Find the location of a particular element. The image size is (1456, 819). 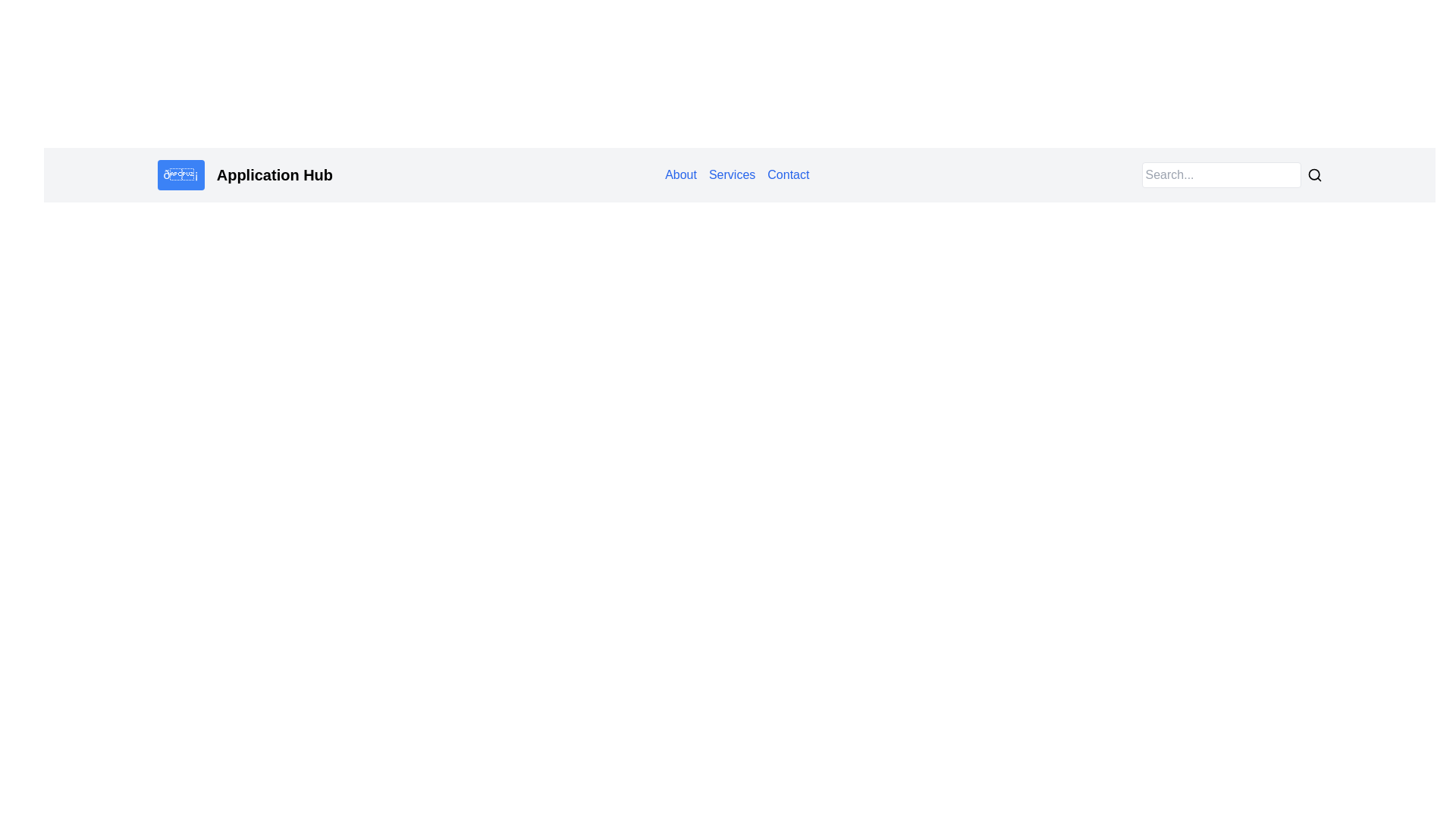

the 'Contact' text link in the navigation menu is located at coordinates (788, 174).